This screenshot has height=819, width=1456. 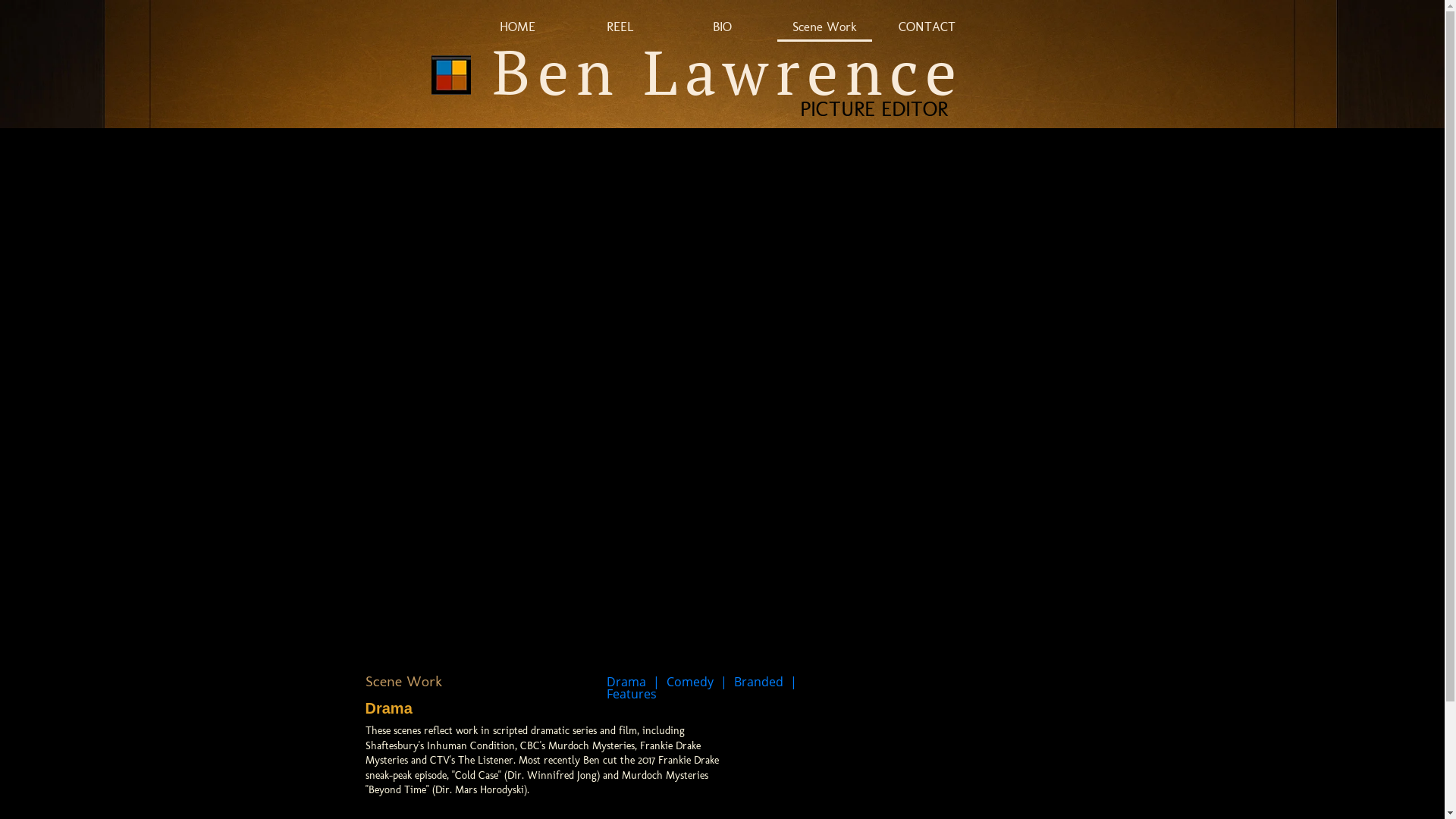 I want to click on 'Scene Work', so click(x=824, y=28).